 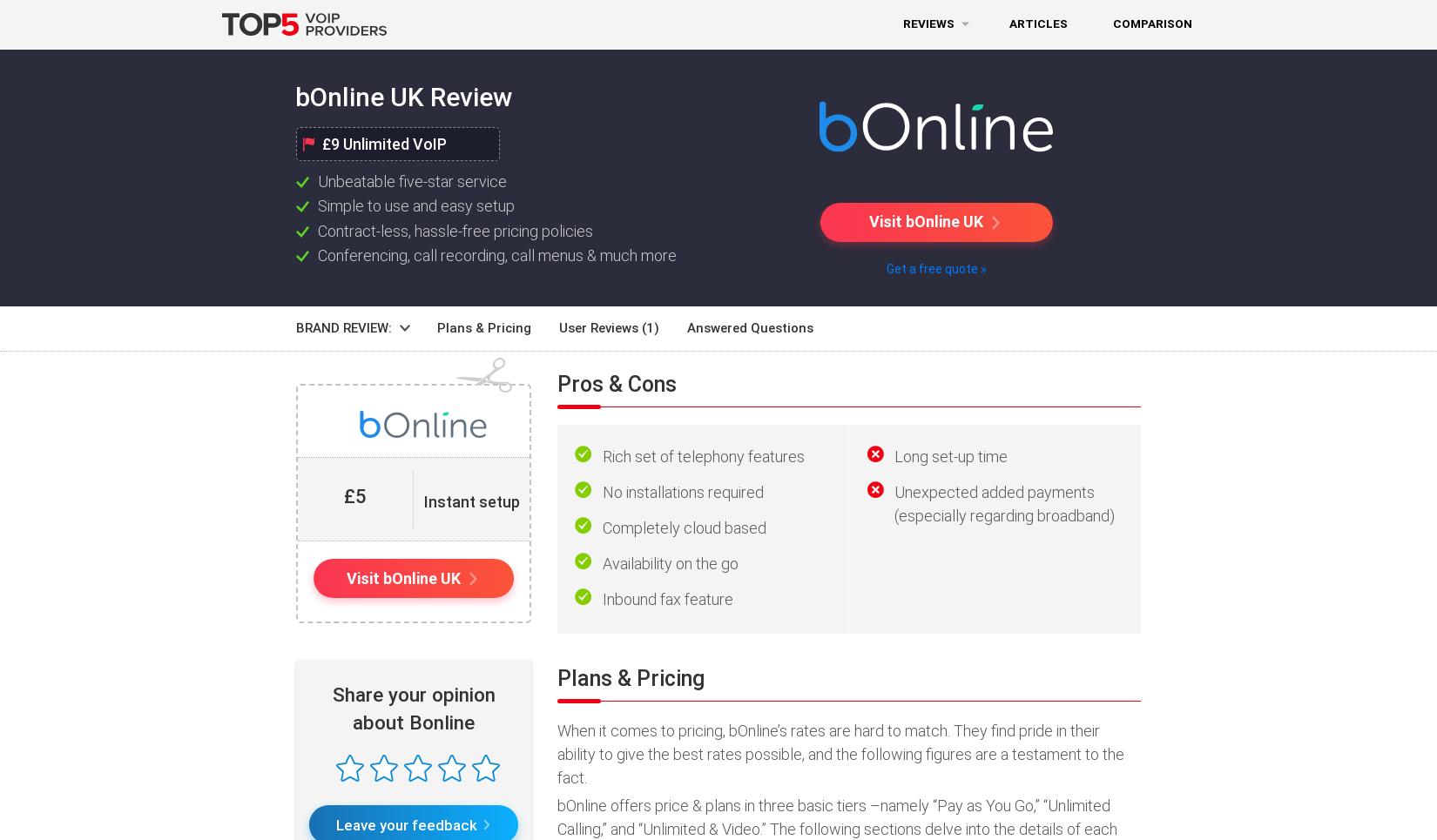 What do you see at coordinates (455, 230) in the screenshot?
I see `'Contract-less, hassle-free pricing policies'` at bounding box center [455, 230].